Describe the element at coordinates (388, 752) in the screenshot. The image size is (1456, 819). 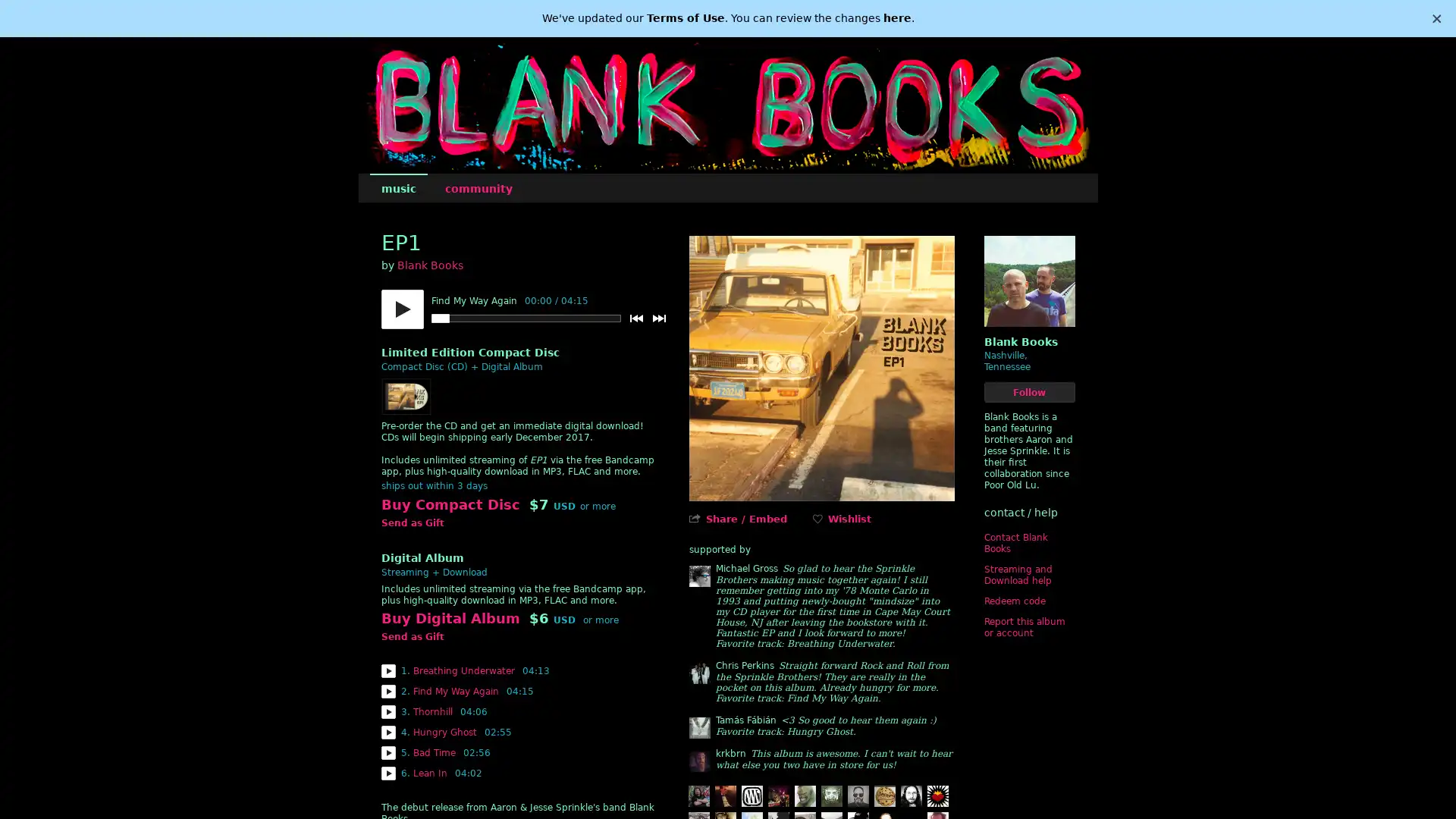
I see `Play Bad Time` at that location.